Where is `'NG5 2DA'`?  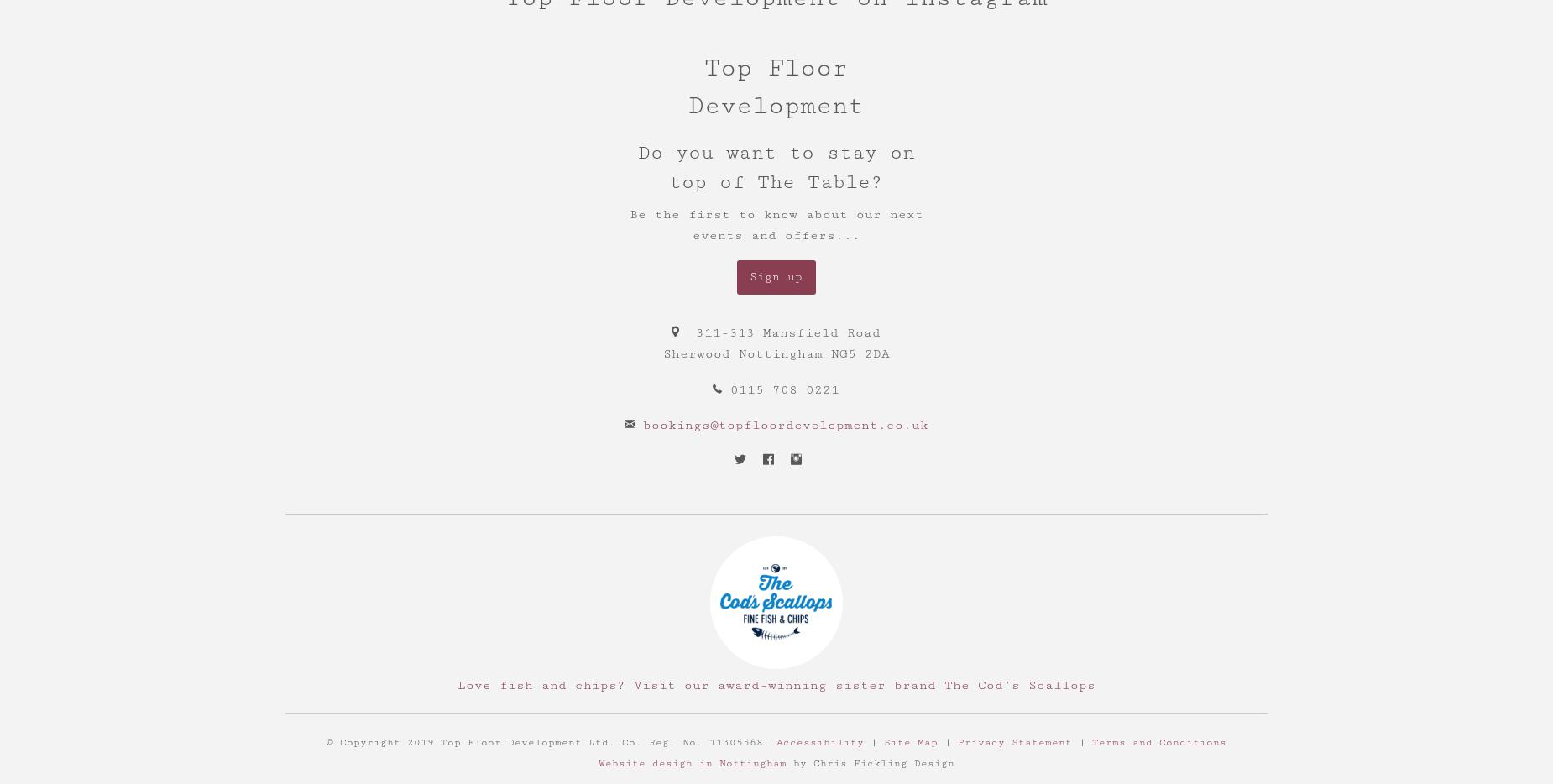 'NG5 2DA' is located at coordinates (858, 353).